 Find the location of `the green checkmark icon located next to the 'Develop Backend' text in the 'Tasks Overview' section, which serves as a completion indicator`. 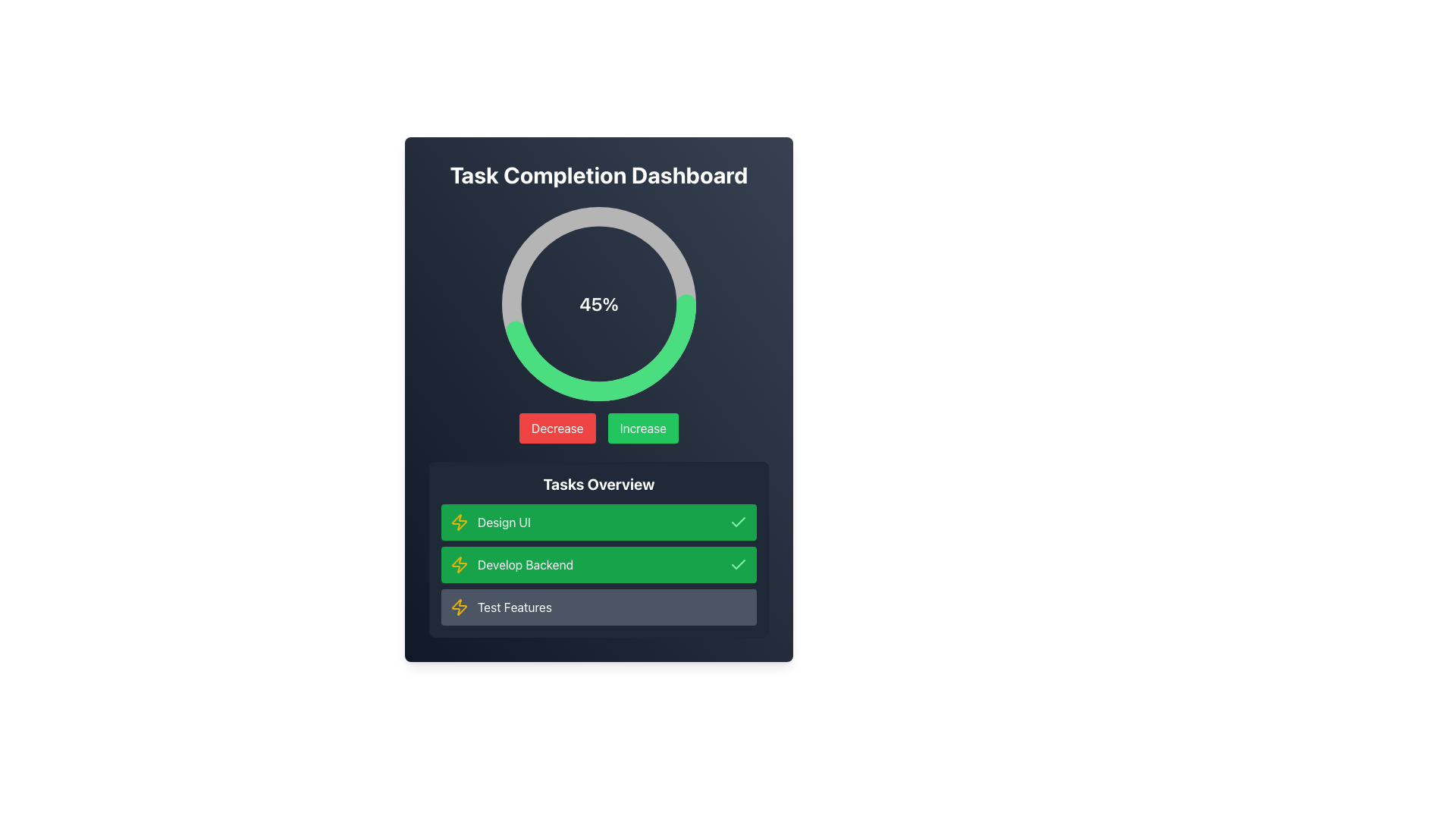

the green checkmark icon located next to the 'Develop Backend' text in the 'Tasks Overview' section, which serves as a completion indicator is located at coordinates (739, 564).